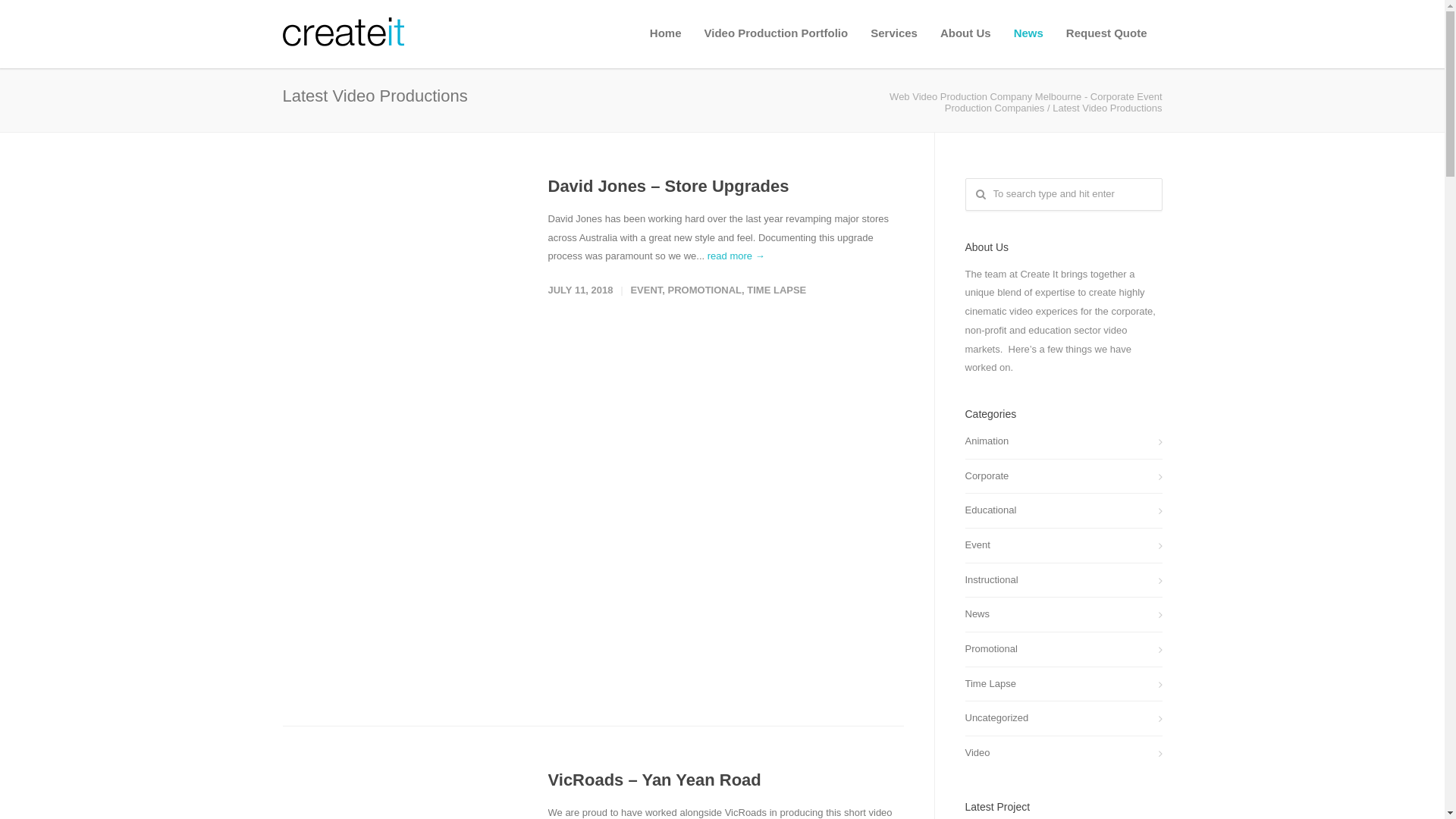  Describe the element at coordinates (775, 33) in the screenshot. I see `'Video Production Portfolio'` at that location.